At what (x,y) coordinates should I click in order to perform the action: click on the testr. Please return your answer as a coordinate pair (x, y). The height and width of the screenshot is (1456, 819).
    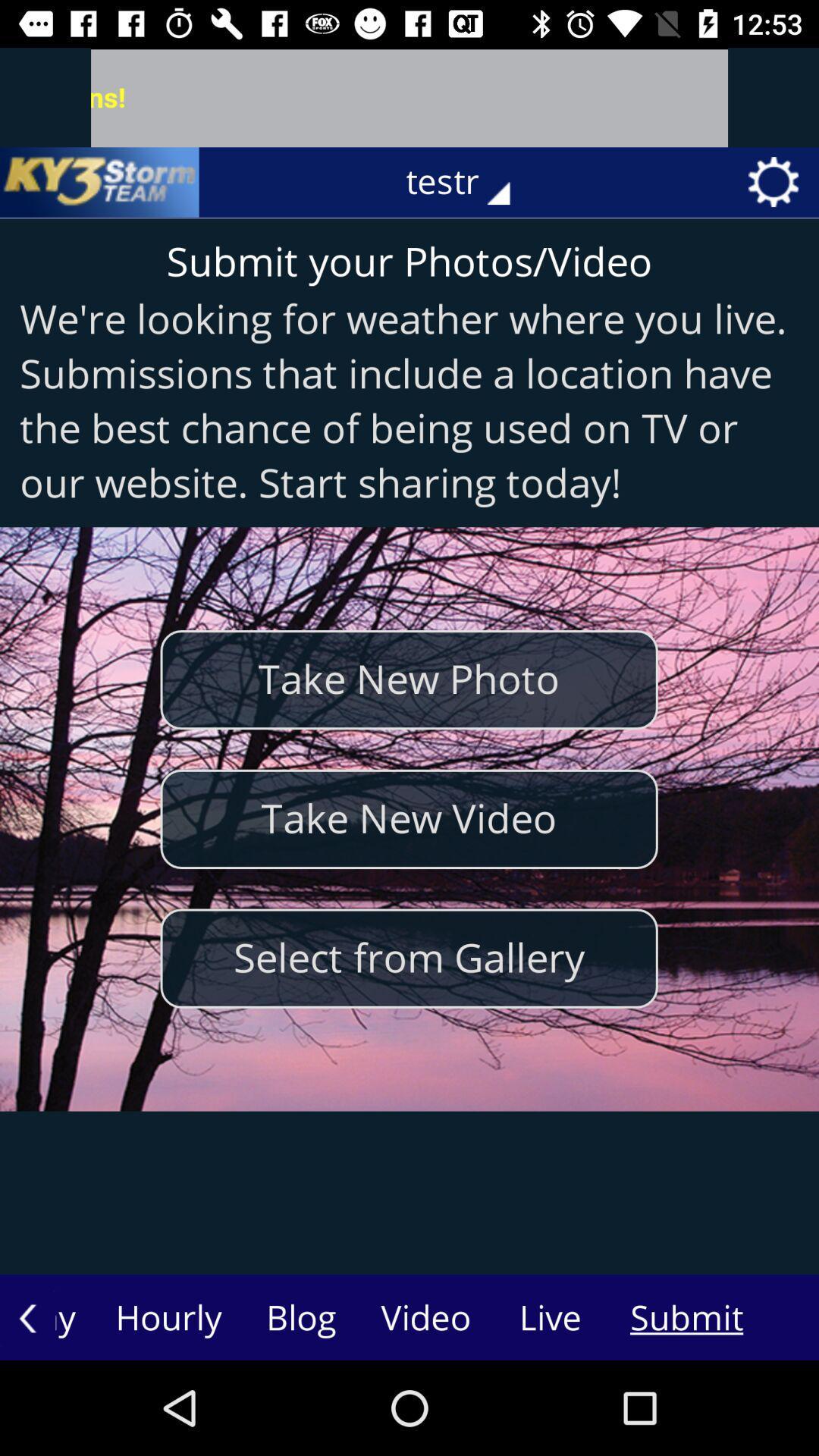
    Looking at the image, I should click on (468, 182).